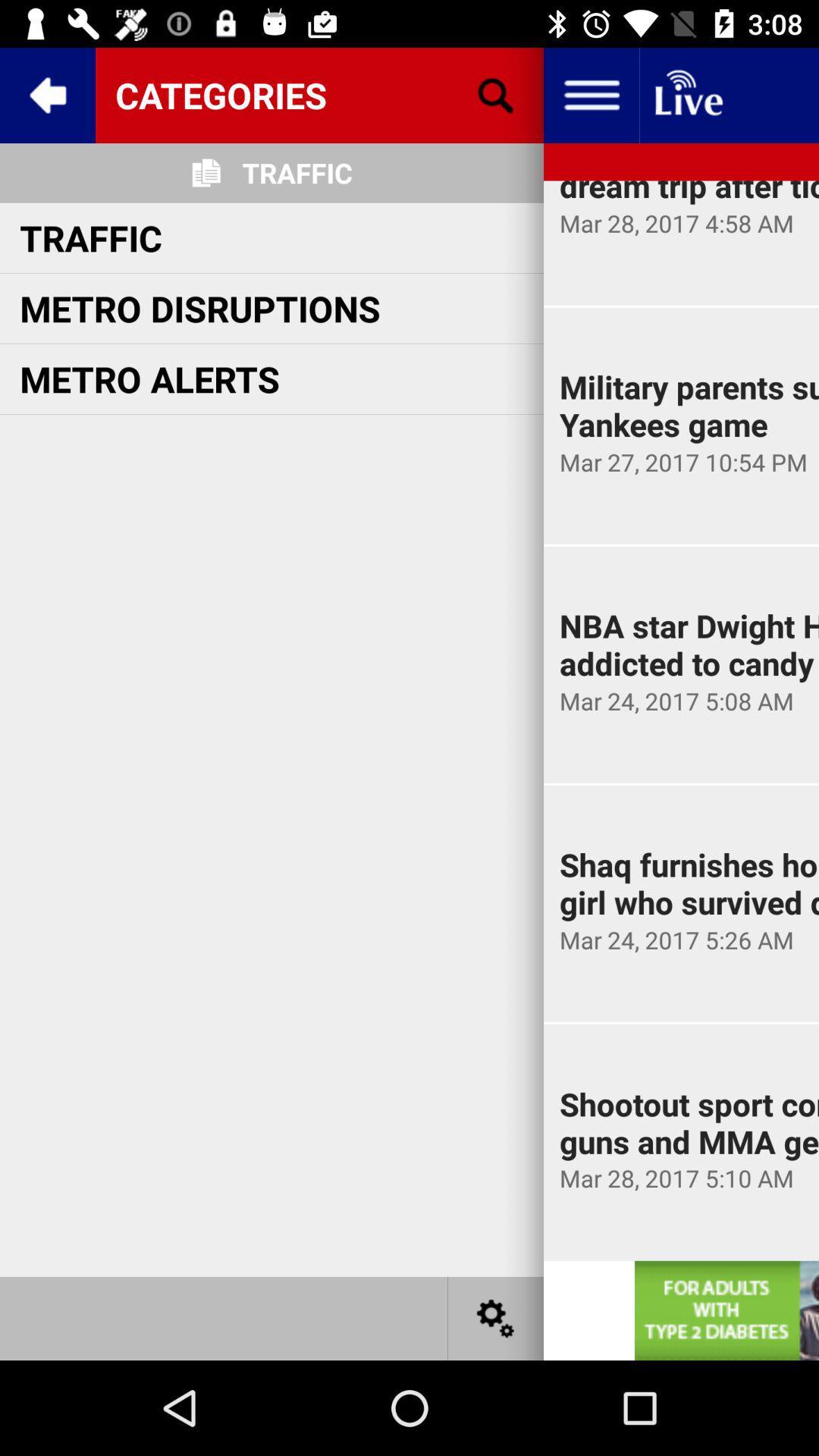  Describe the element at coordinates (590, 94) in the screenshot. I see `setting bar` at that location.